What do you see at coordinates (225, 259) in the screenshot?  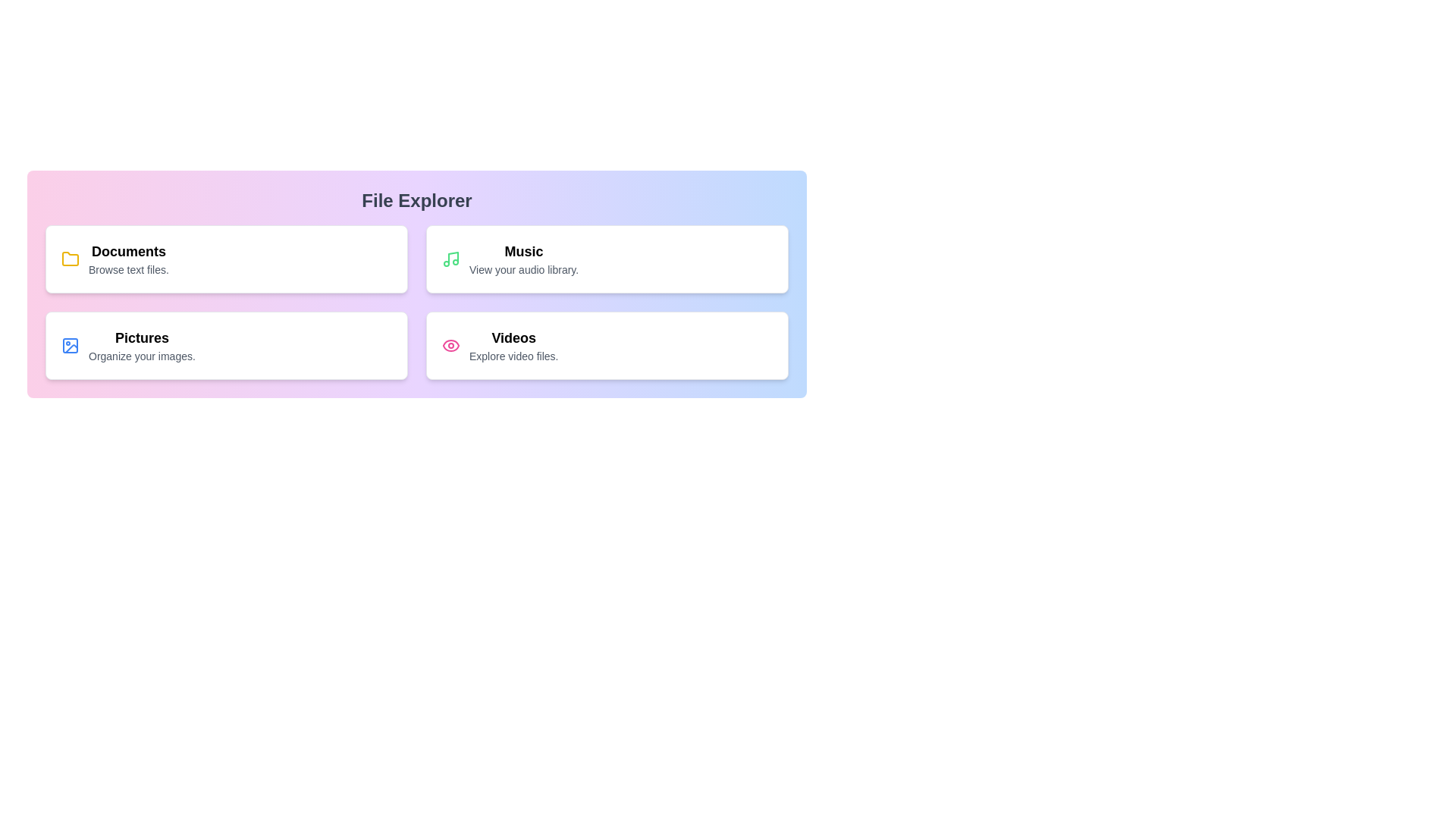 I see `the menu item Documents to highlight it` at bounding box center [225, 259].